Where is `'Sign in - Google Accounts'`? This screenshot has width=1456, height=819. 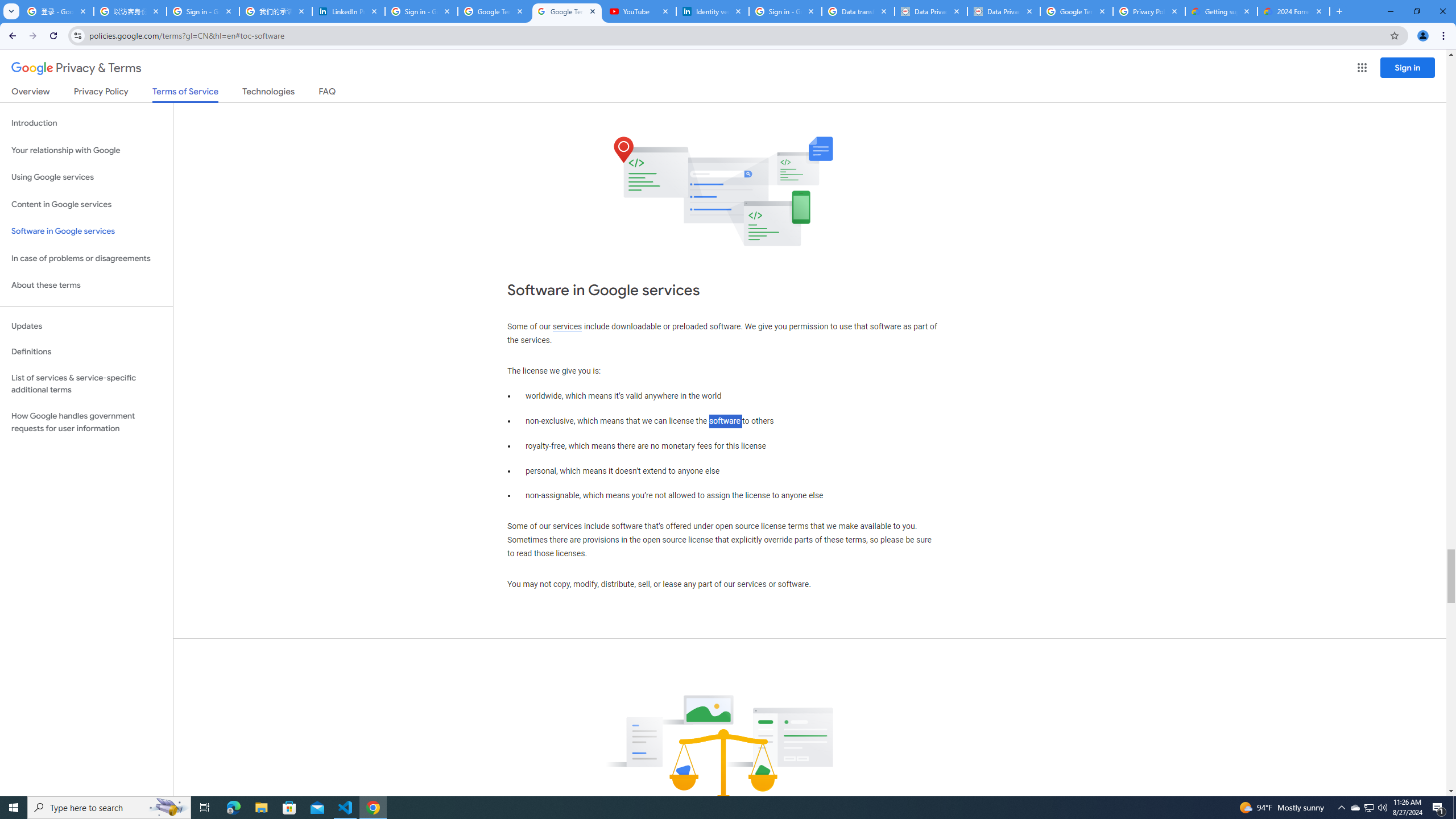 'Sign in - Google Accounts' is located at coordinates (202, 11).